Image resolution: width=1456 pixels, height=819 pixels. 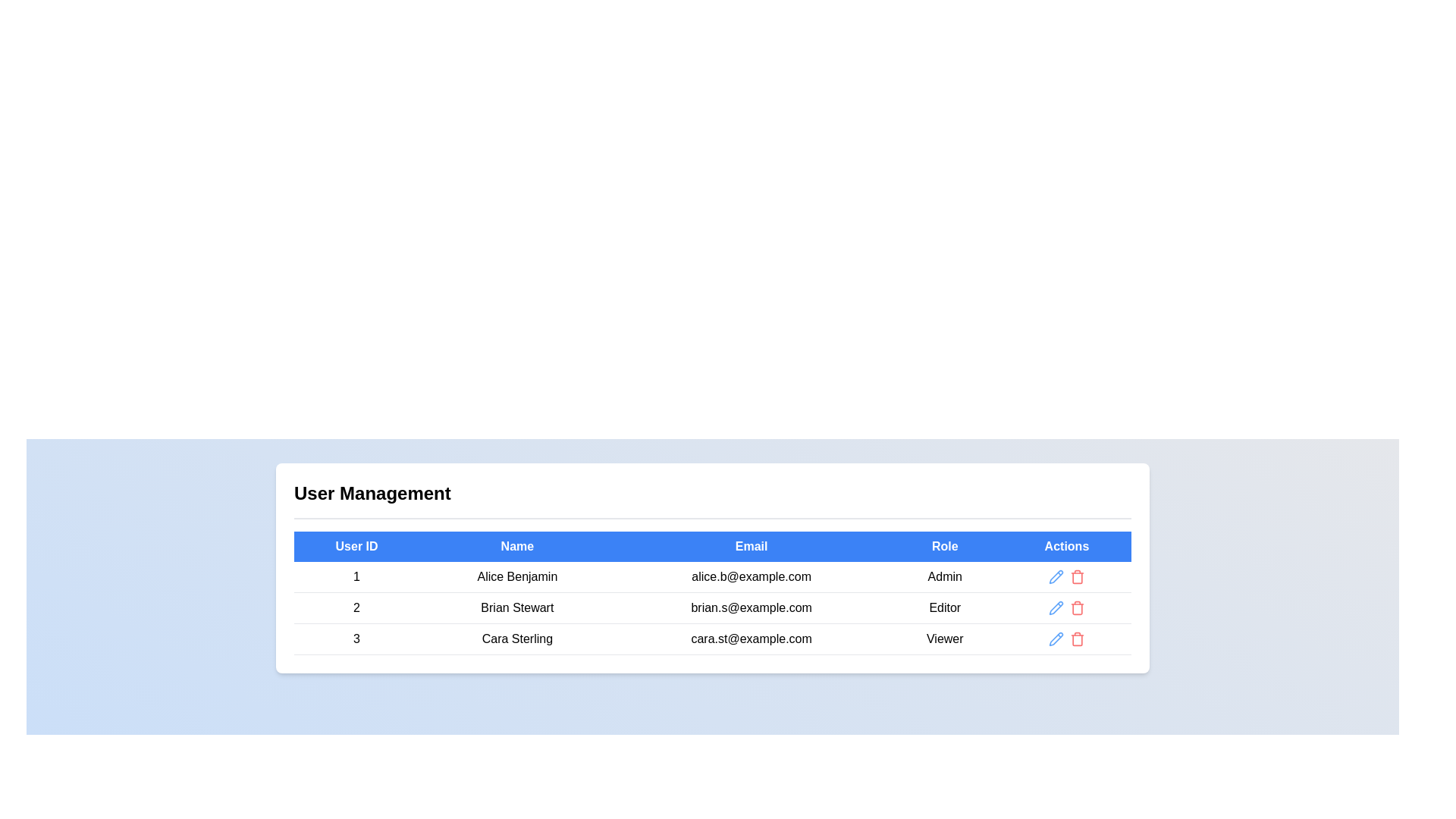 I want to click on the text label displaying the user's name located in the third row of the user management data table under the 'Name' column, so click(x=517, y=639).